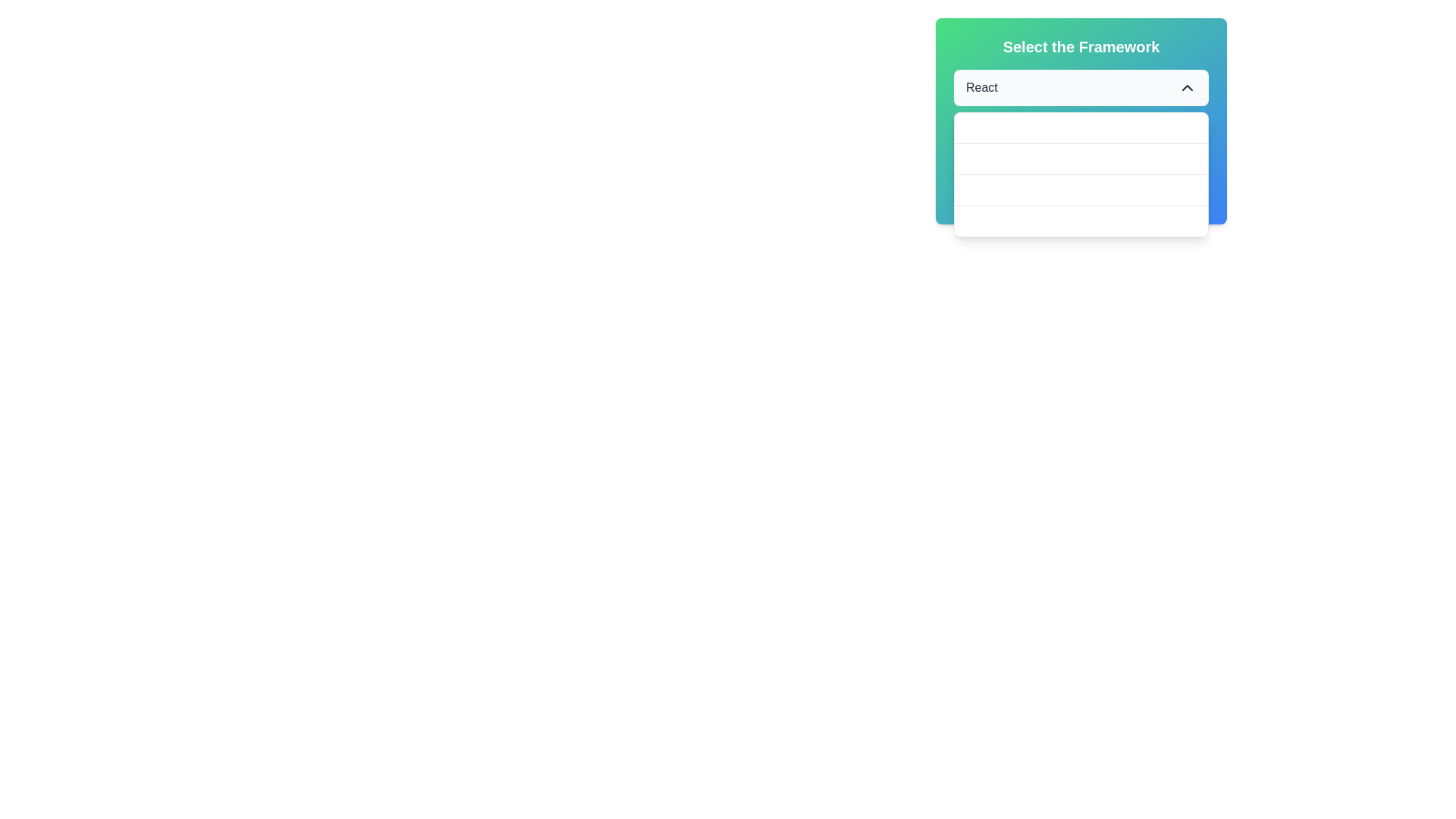  I want to click on the 'React' dropdown menu item, so click(1080, 127).